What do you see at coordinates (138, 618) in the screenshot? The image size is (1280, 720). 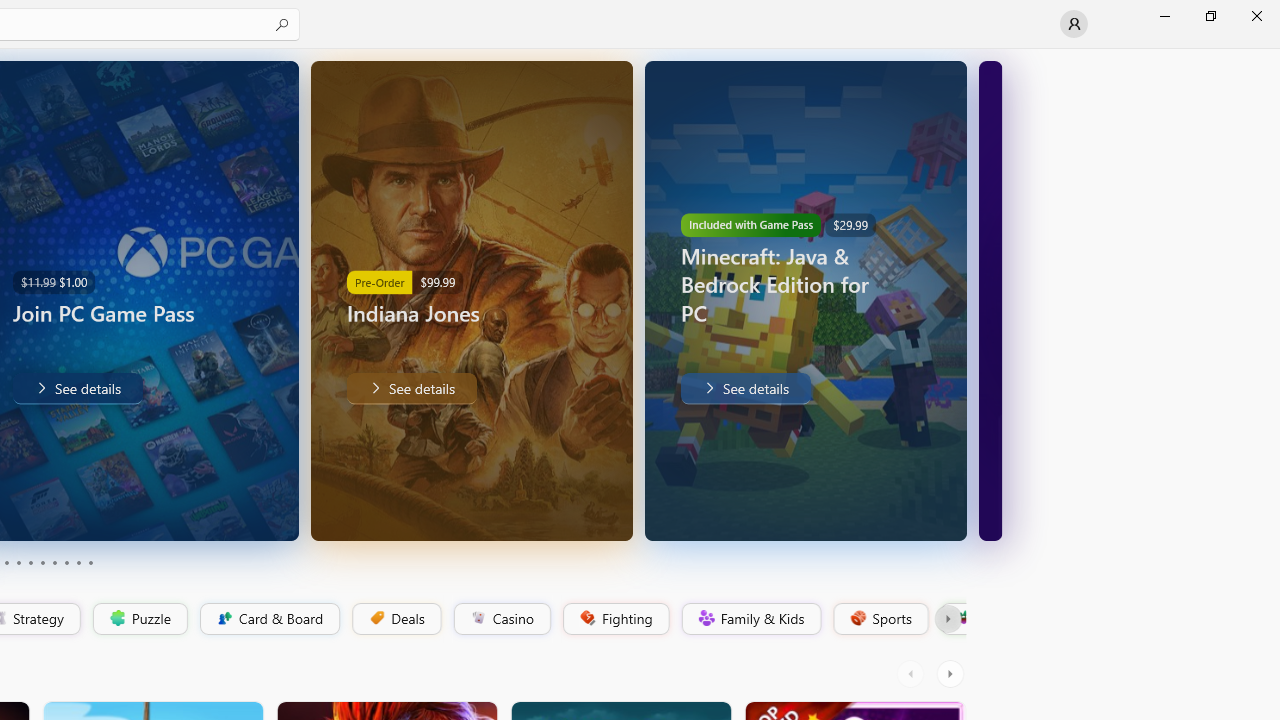 I see `'Puzzle'` at bounding box center [138, 618].